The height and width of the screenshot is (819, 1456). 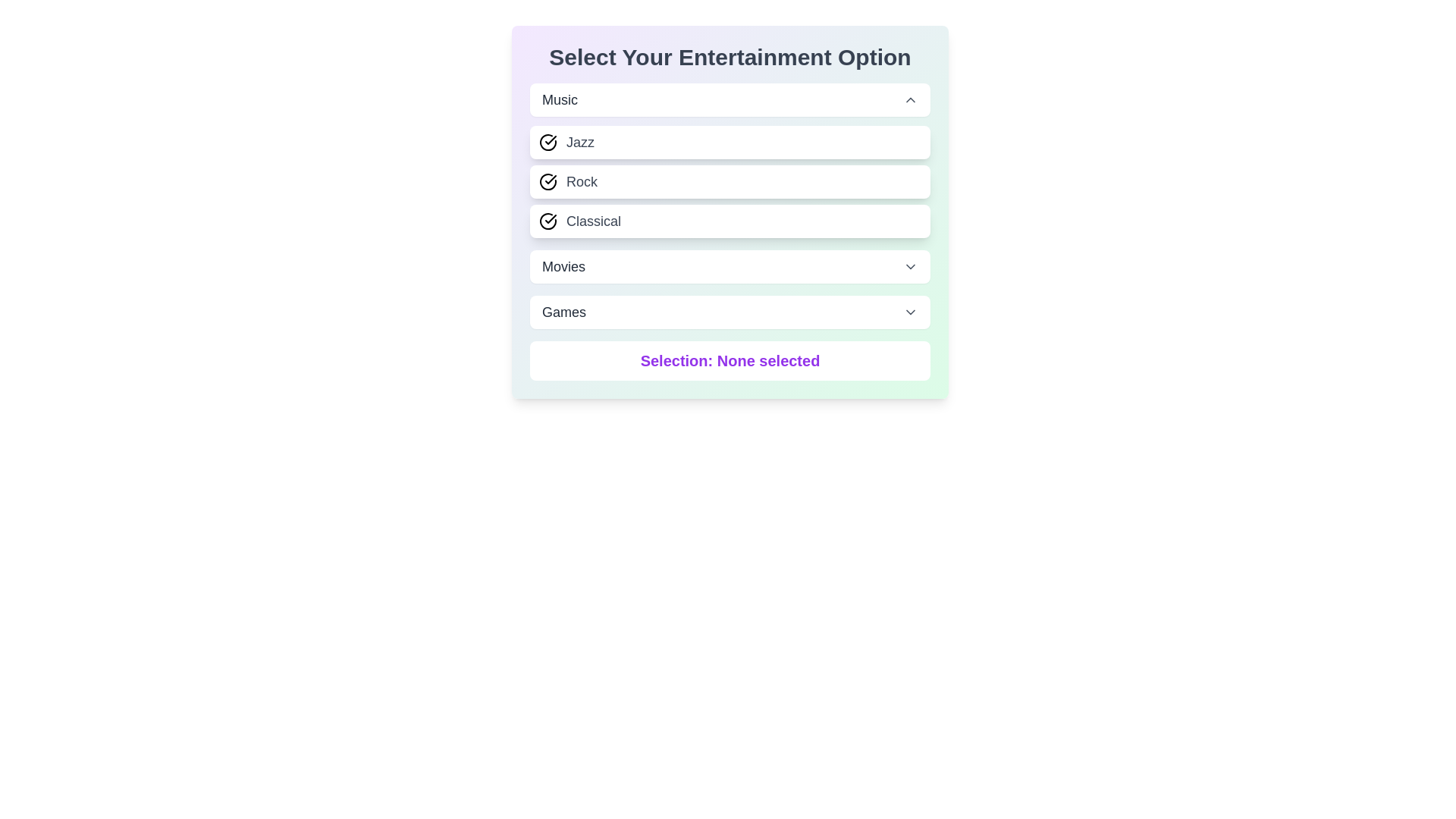 What do you see at coordinates (730, 312) in the screenshot?
I see `the 'Games' button, which is a selectable list item with a white background and a downwards-pointing arrow` at bounding box center [730, 312].